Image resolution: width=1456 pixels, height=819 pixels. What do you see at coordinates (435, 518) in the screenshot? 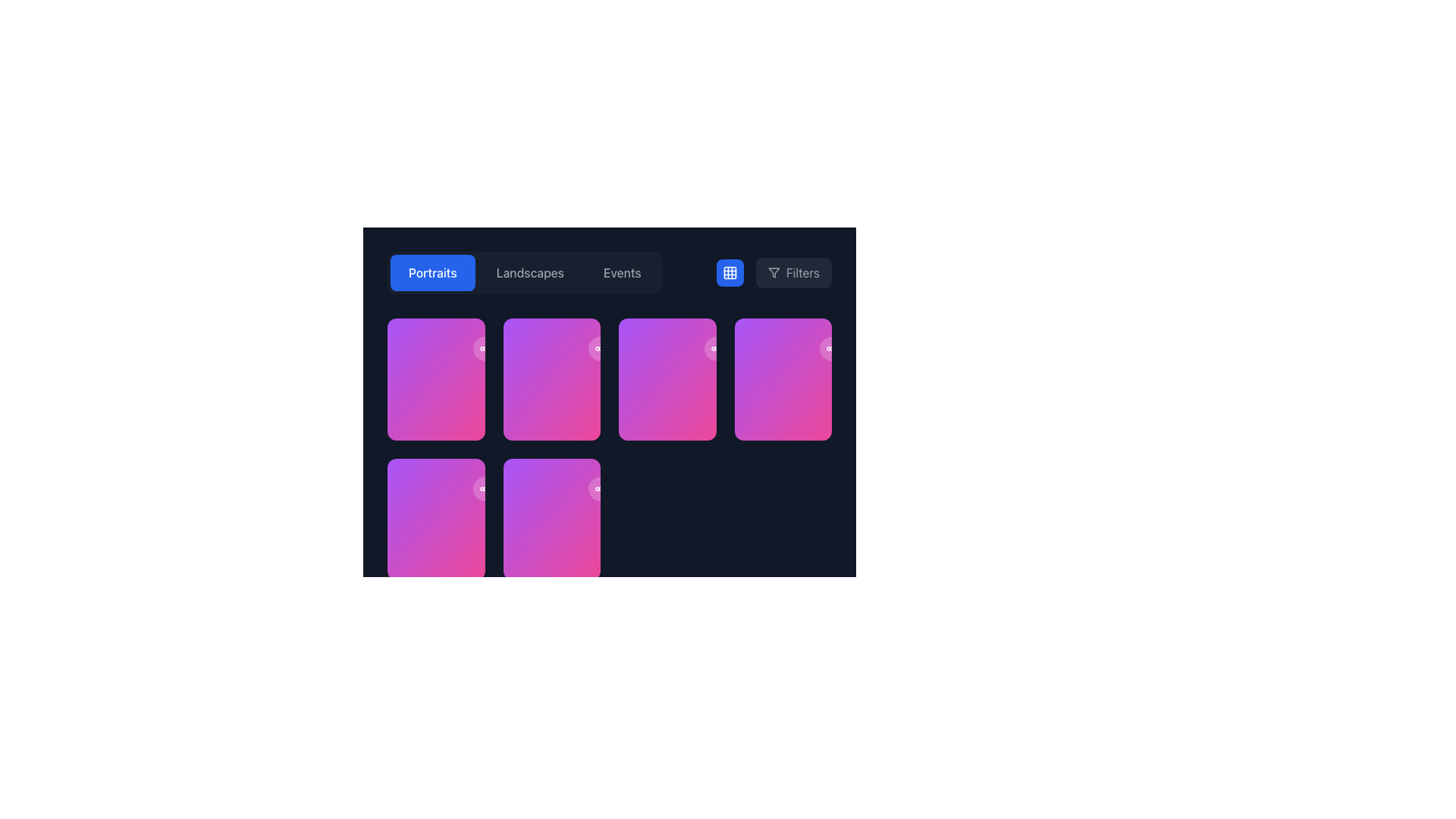
I see `the interactive card located in the second row and first column of the grid` at bounding box center [435, 518].